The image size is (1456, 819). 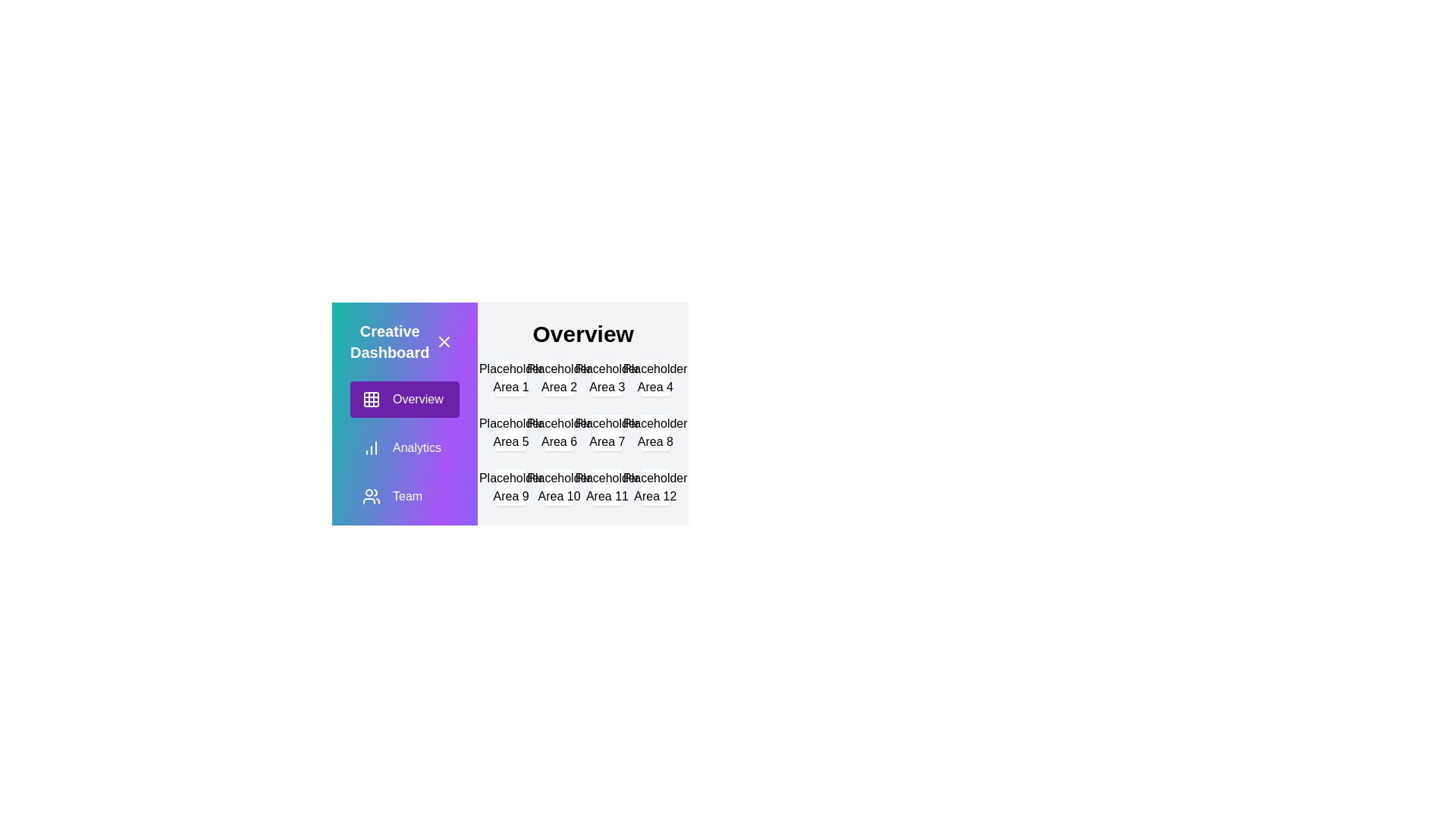 What do you see at coordinates (404, 447) in the screenshot?
I see `the Analytics pane by clicking on its menu item` at bounding box center [404, 447].